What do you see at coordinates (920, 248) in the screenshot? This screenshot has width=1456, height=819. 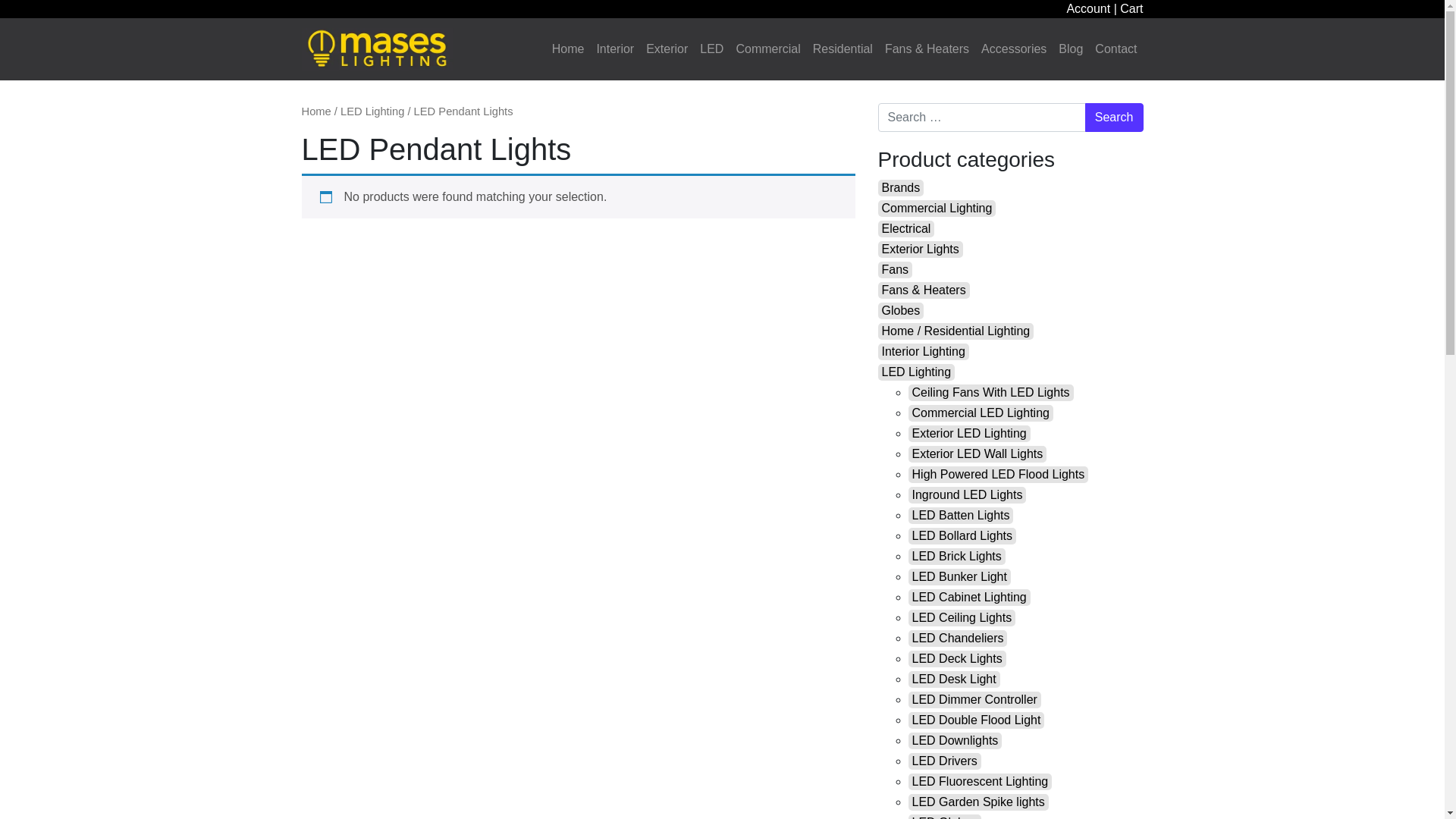 I see `'Exterior Lights'` at bounding box center [920, 248].